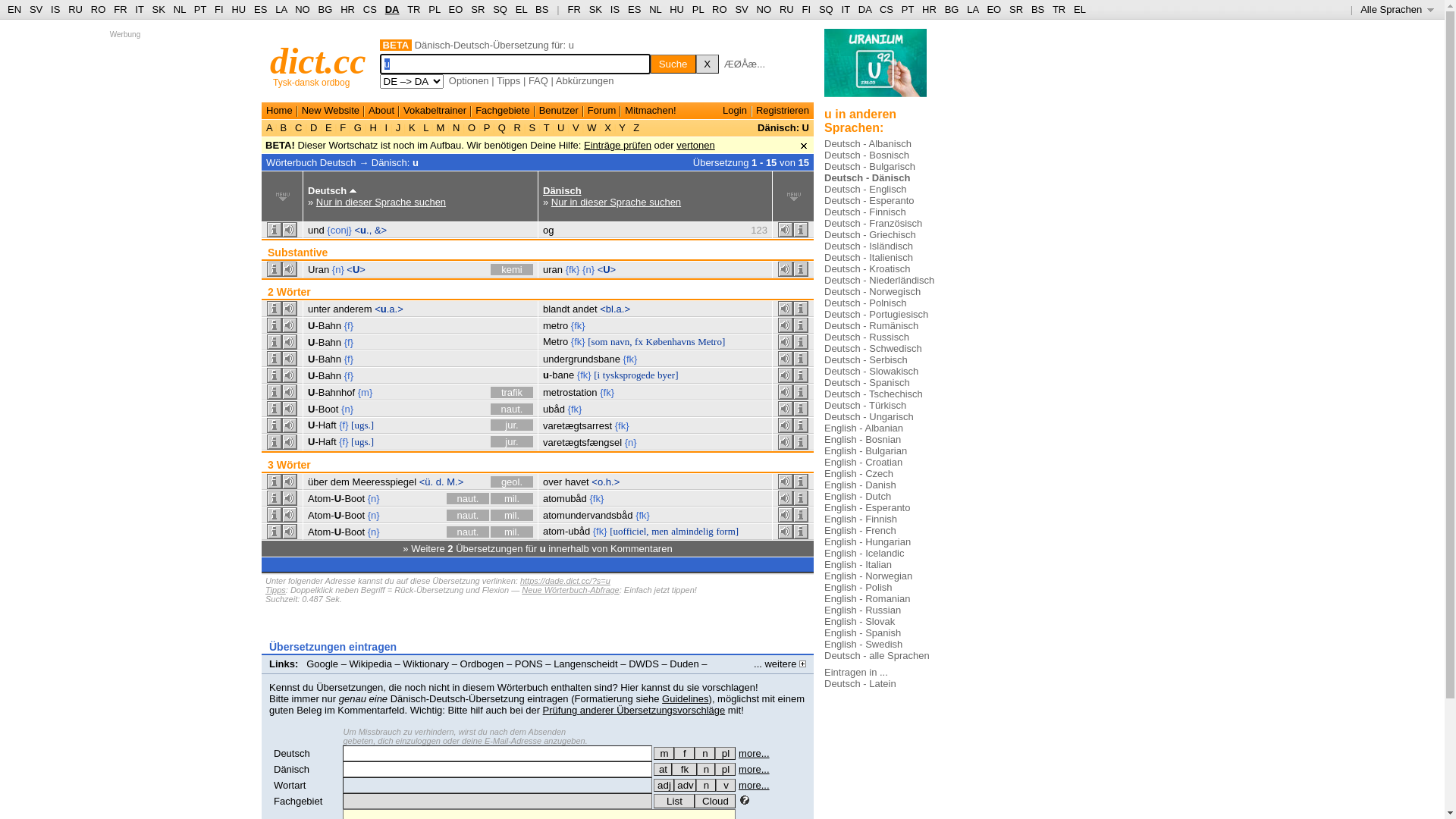  I want to click on '<U>', so click(607, 268).